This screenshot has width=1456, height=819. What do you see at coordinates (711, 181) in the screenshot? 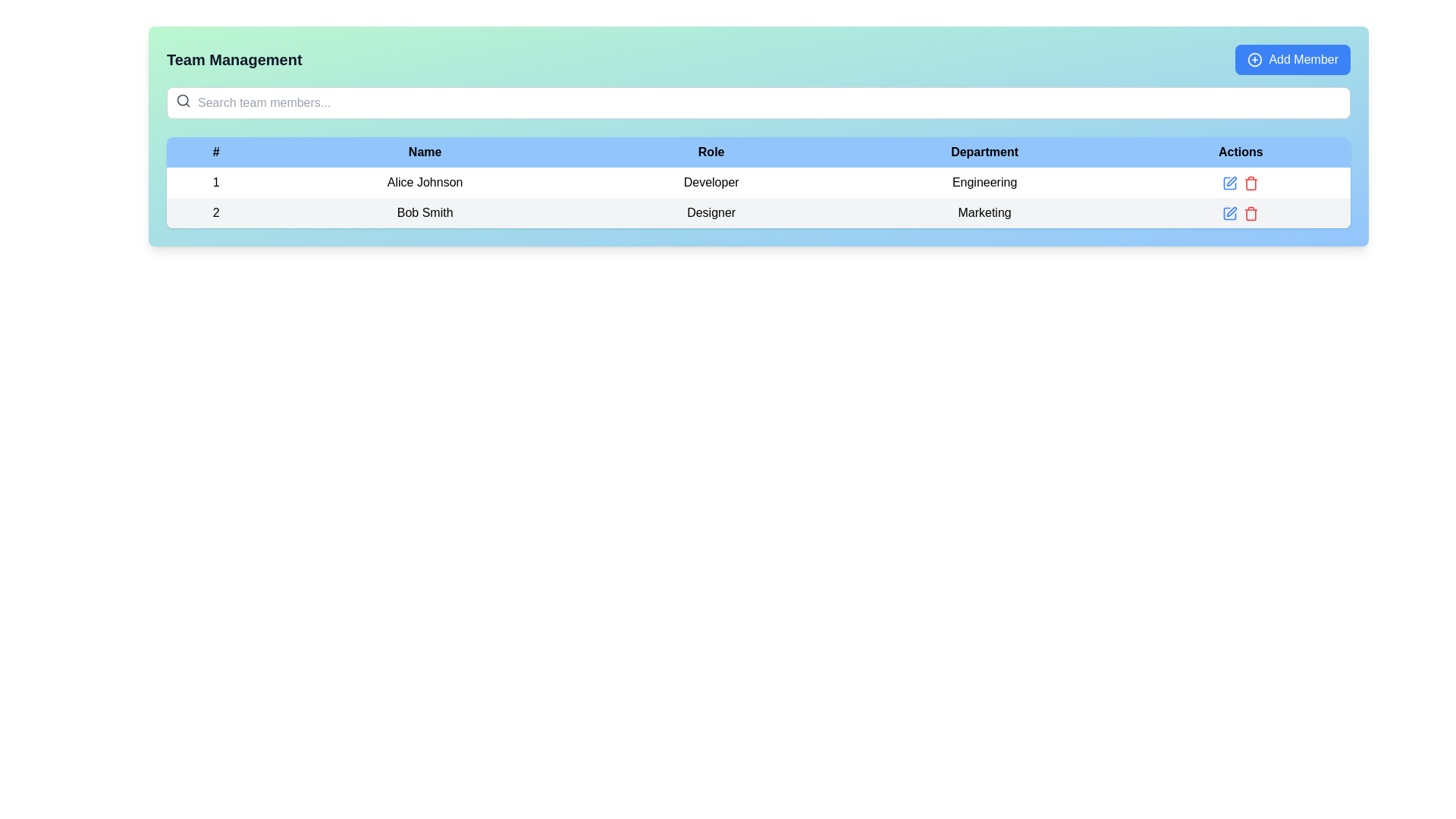
I see `the 'Developer' text label located in the 'Role' column of the first row of the table under the 'Team Management' header` at bounding box center [711, 181].